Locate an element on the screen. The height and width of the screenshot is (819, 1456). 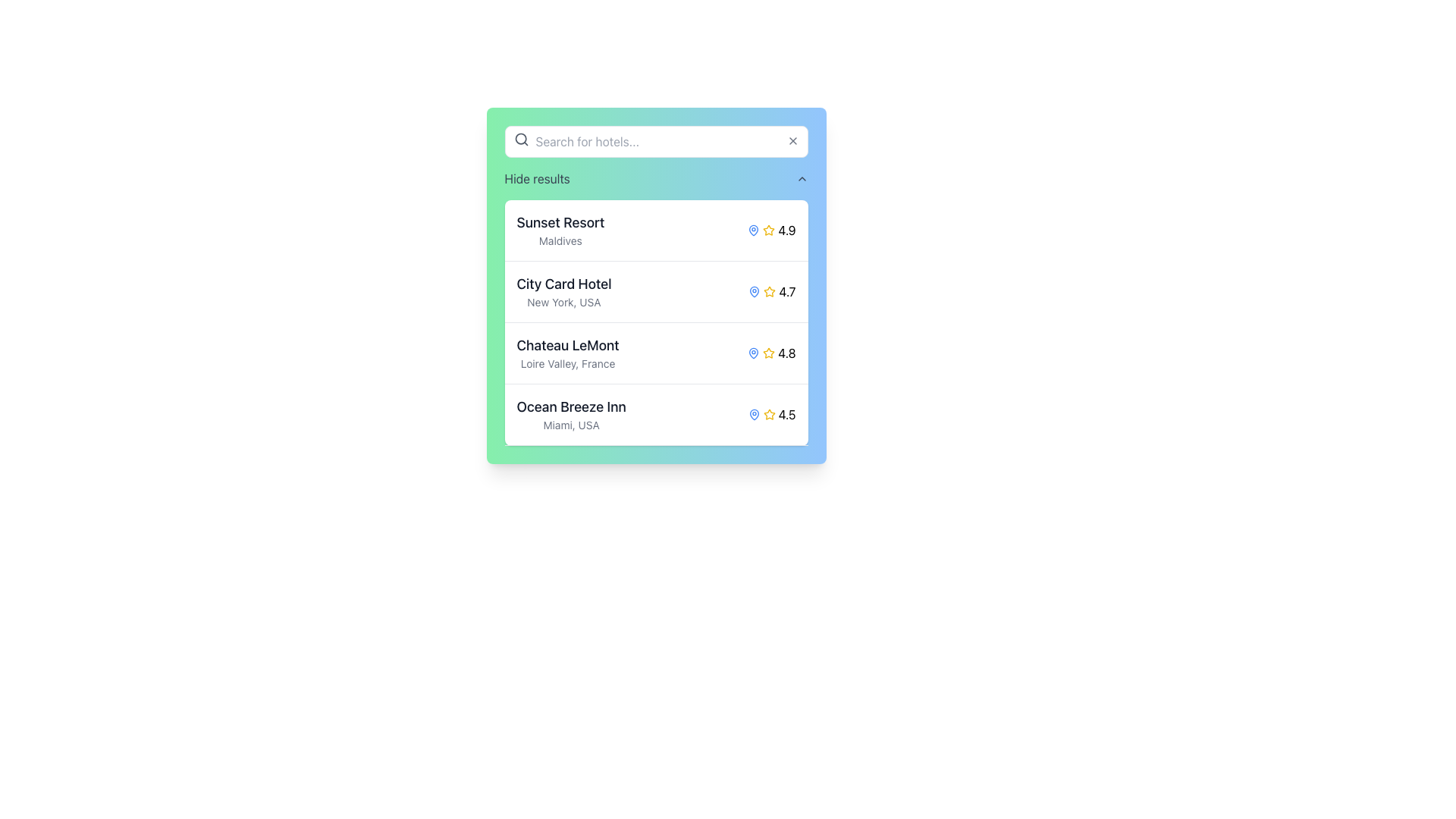
the text element displaying the rating '4.9' next to the star icon for 'Sunset Resort' to focus on it is located at coordinates (786, 231).